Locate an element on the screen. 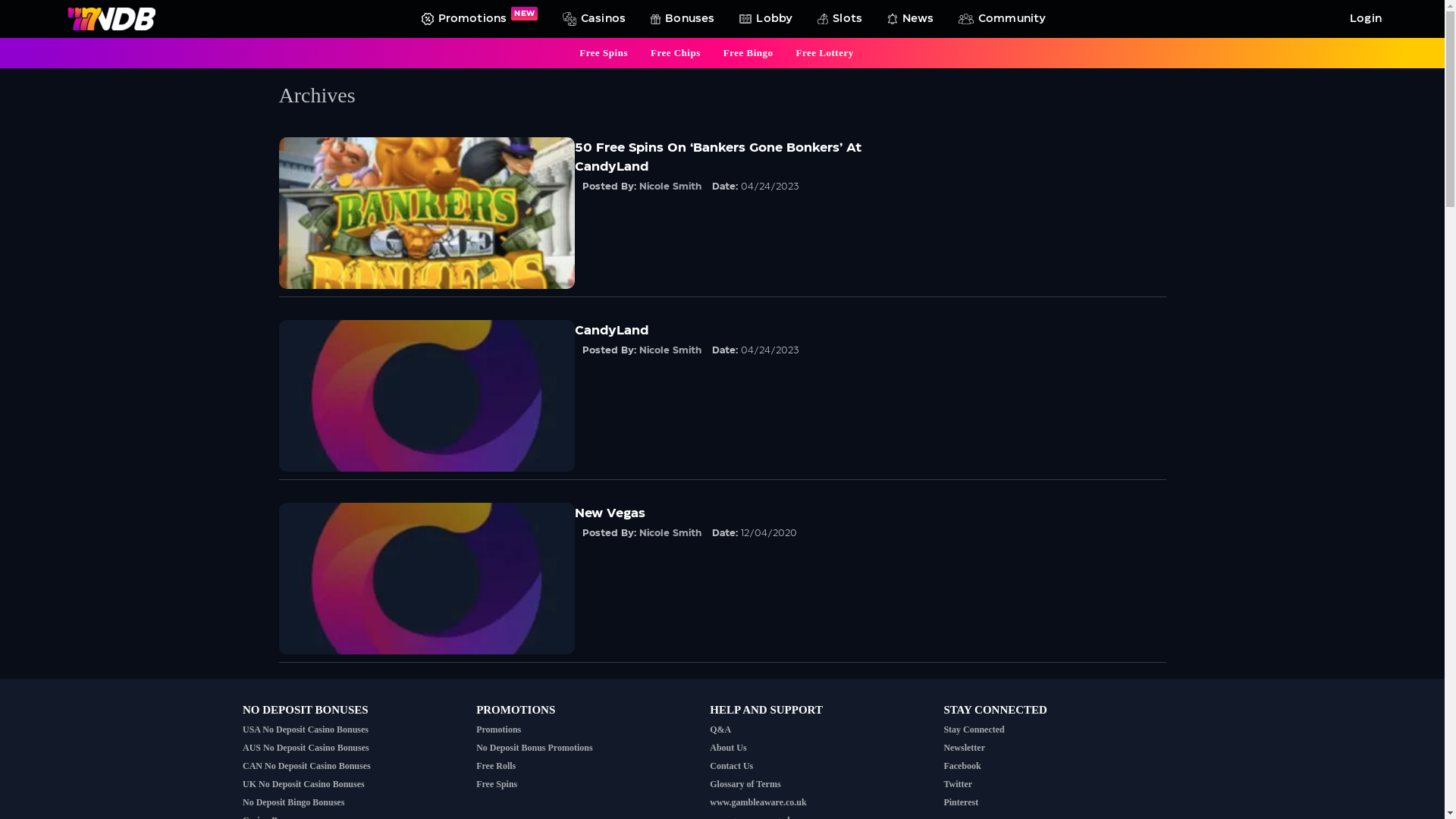 The width and height of the screenshot is (1456, 819). 'No Deposit Bingo Bonuses' is located at coordinates (293, 801).